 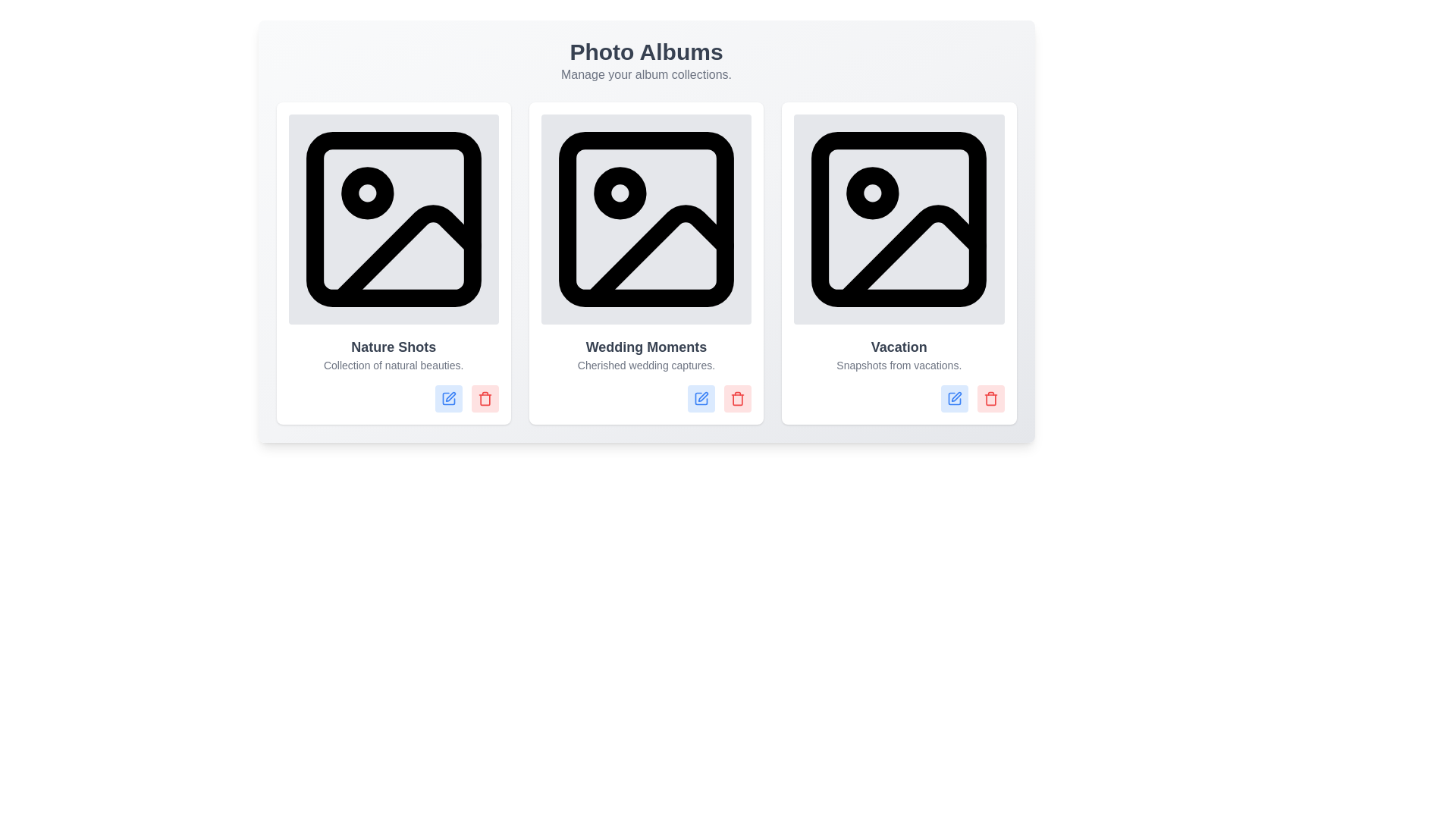 What do you see at coordinates (990, 398) in the screenshot?
I see `delete button for the album named Vacation` at bounding box center [990, 398].